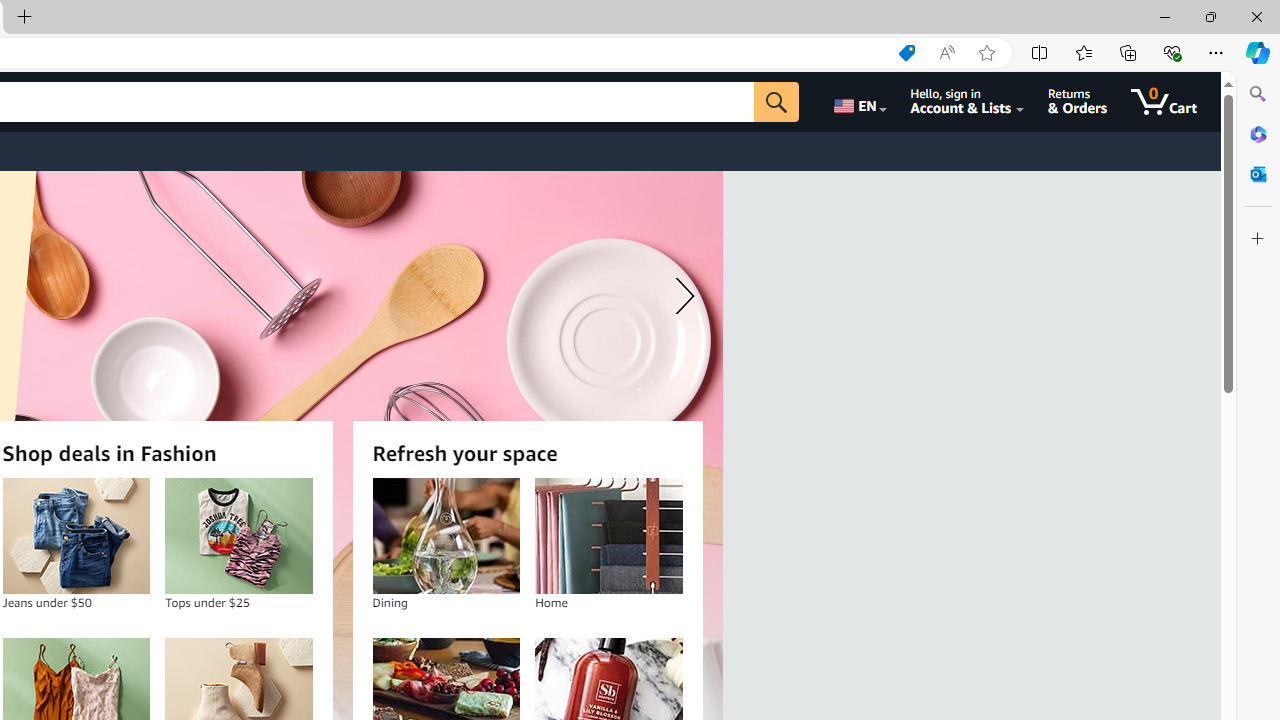  Describe the element at coordinates (945, 52) in the screenshot. I see `'Read aloud this page (Ctrl+Shift+U)'` at that location.